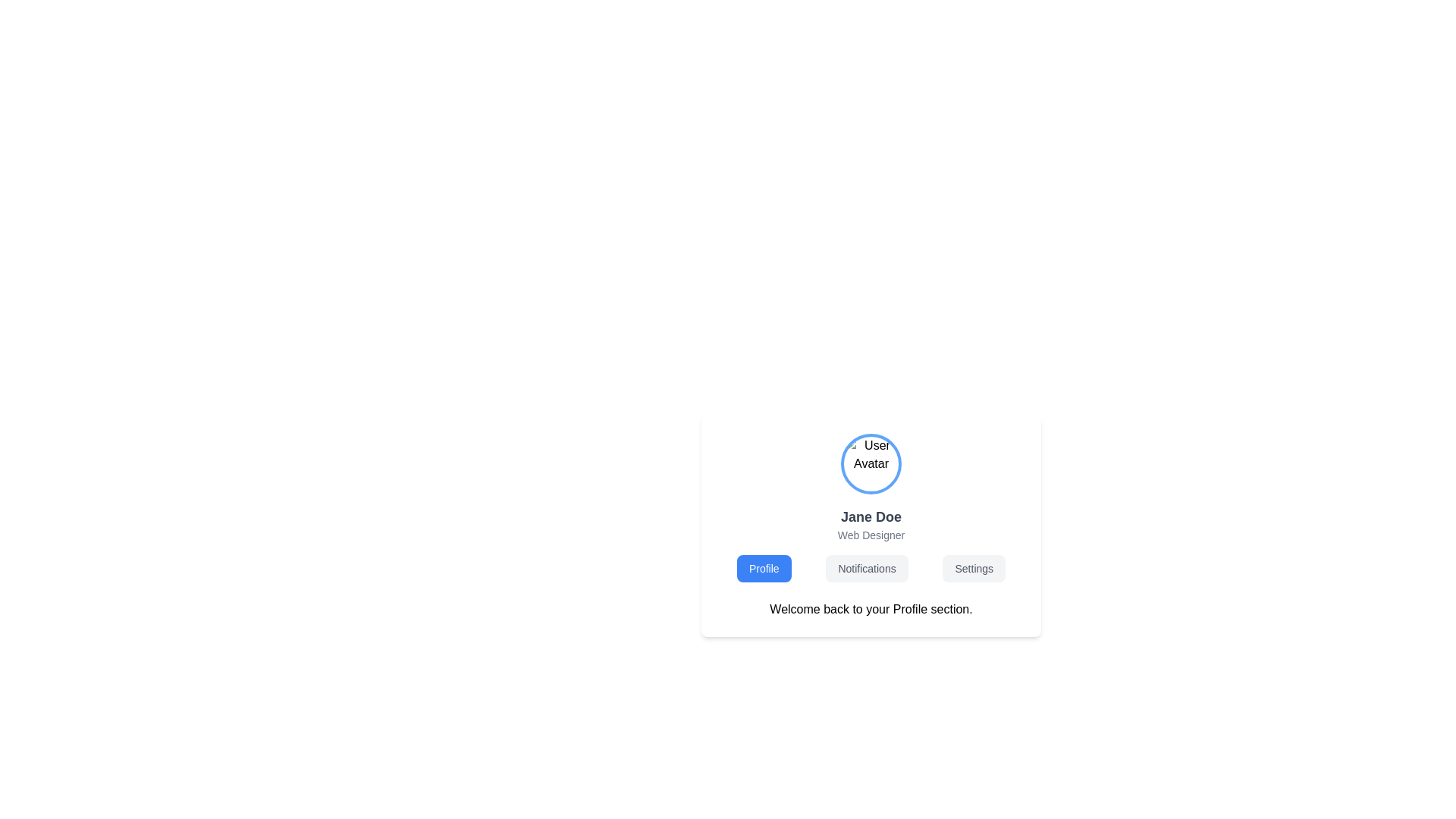 The height and width of the screenshot is (819, 1456). What do you see at coordinates (871, 568) in the screenshot?
I see `the 'Notifications' tab in the horizontal navigation menu` at bounding box center [871, 568].